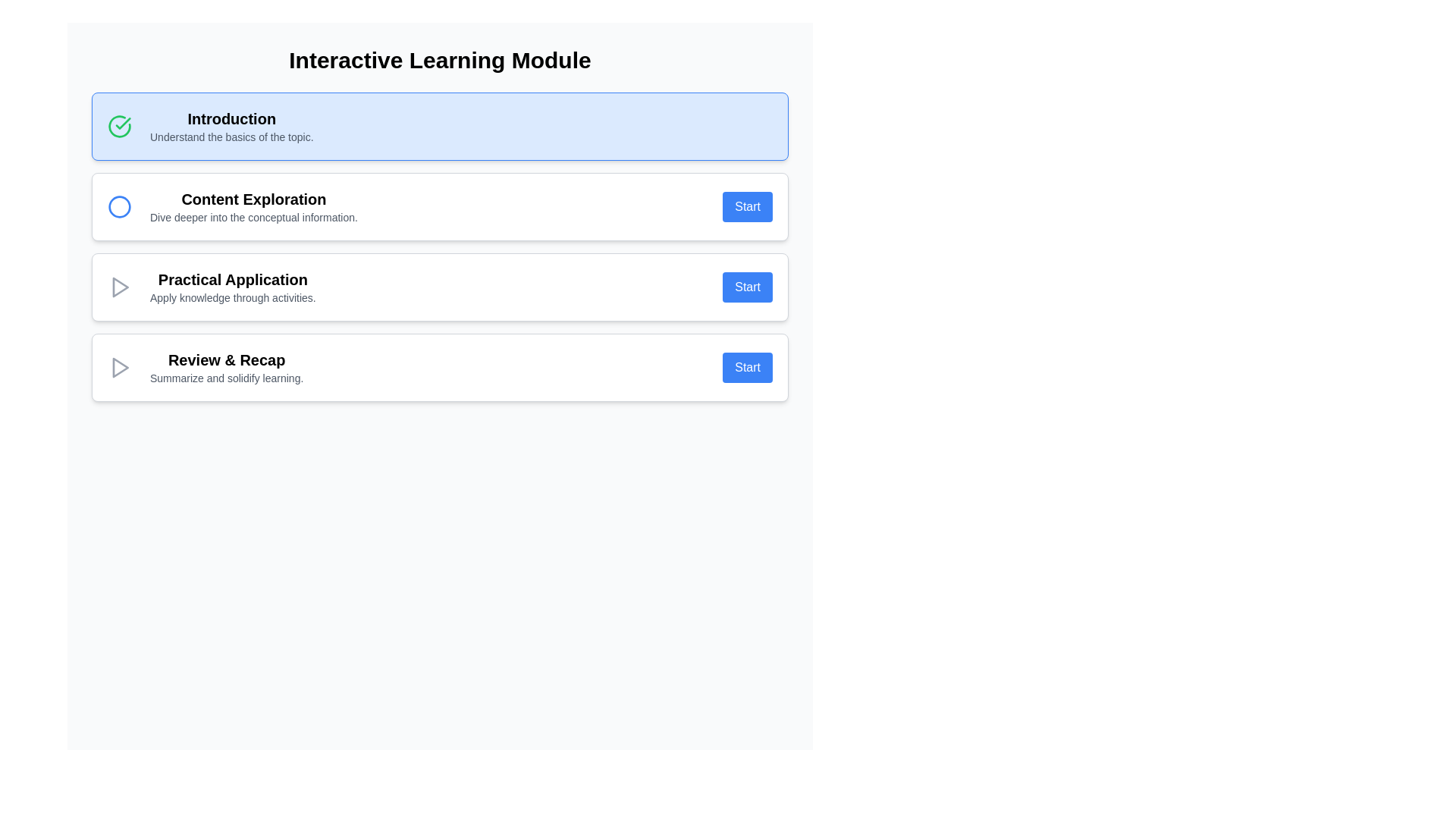 The width and height of the screenshot is (1456, 819). Describe the element at coordinates (119, 125) in the screenshot. I see `the status indicator icon located in the upper-left corner of the 'Introduction' card, which signifies the completion or progress of the module` at that location.